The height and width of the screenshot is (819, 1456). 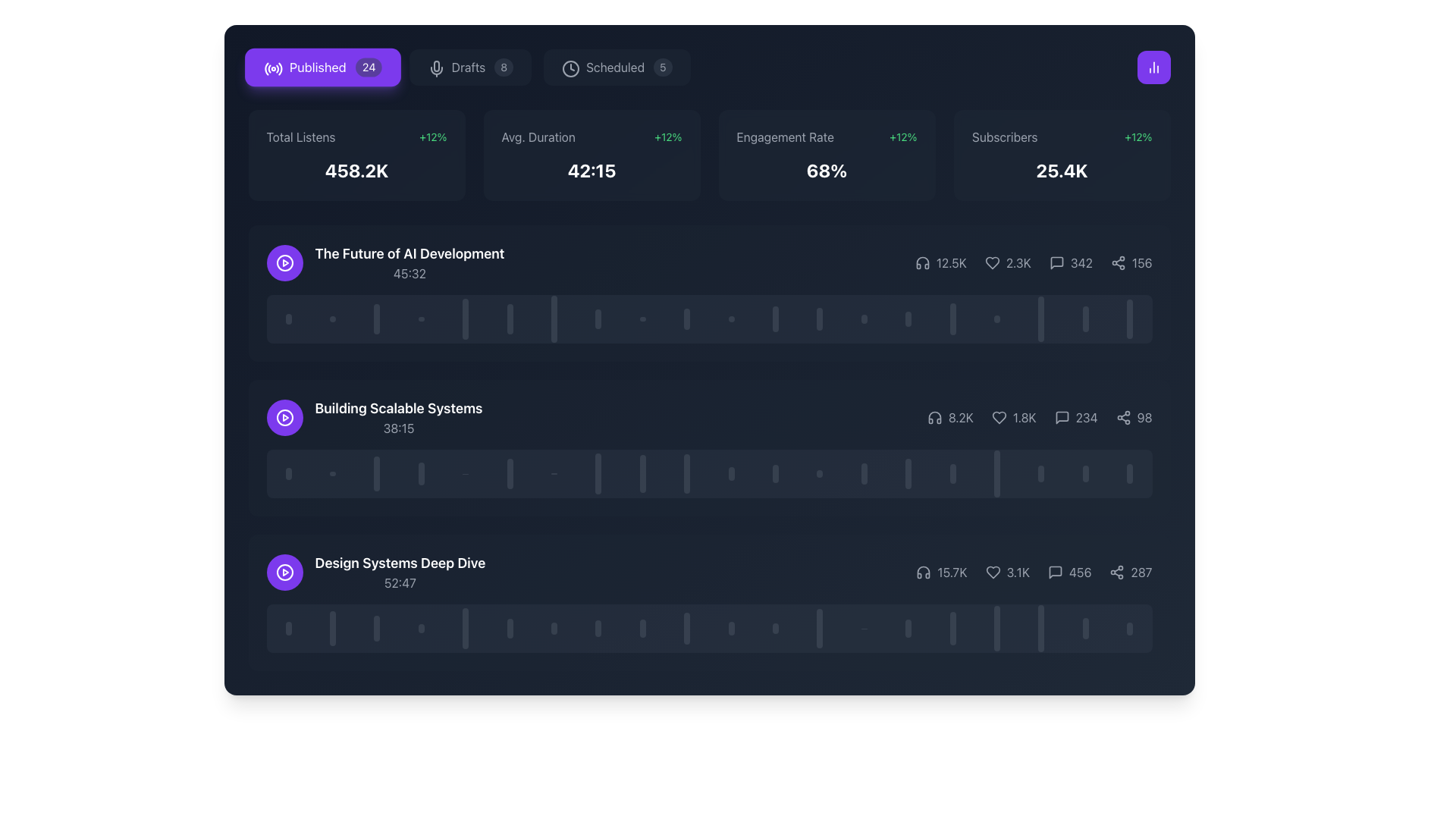 I want to click on the text display element showing the numerical value '15.7K' rendered in light gray color, located adjacent to a headphone icon, positioned in the bottom row of the page, so click(x=941, y=573).